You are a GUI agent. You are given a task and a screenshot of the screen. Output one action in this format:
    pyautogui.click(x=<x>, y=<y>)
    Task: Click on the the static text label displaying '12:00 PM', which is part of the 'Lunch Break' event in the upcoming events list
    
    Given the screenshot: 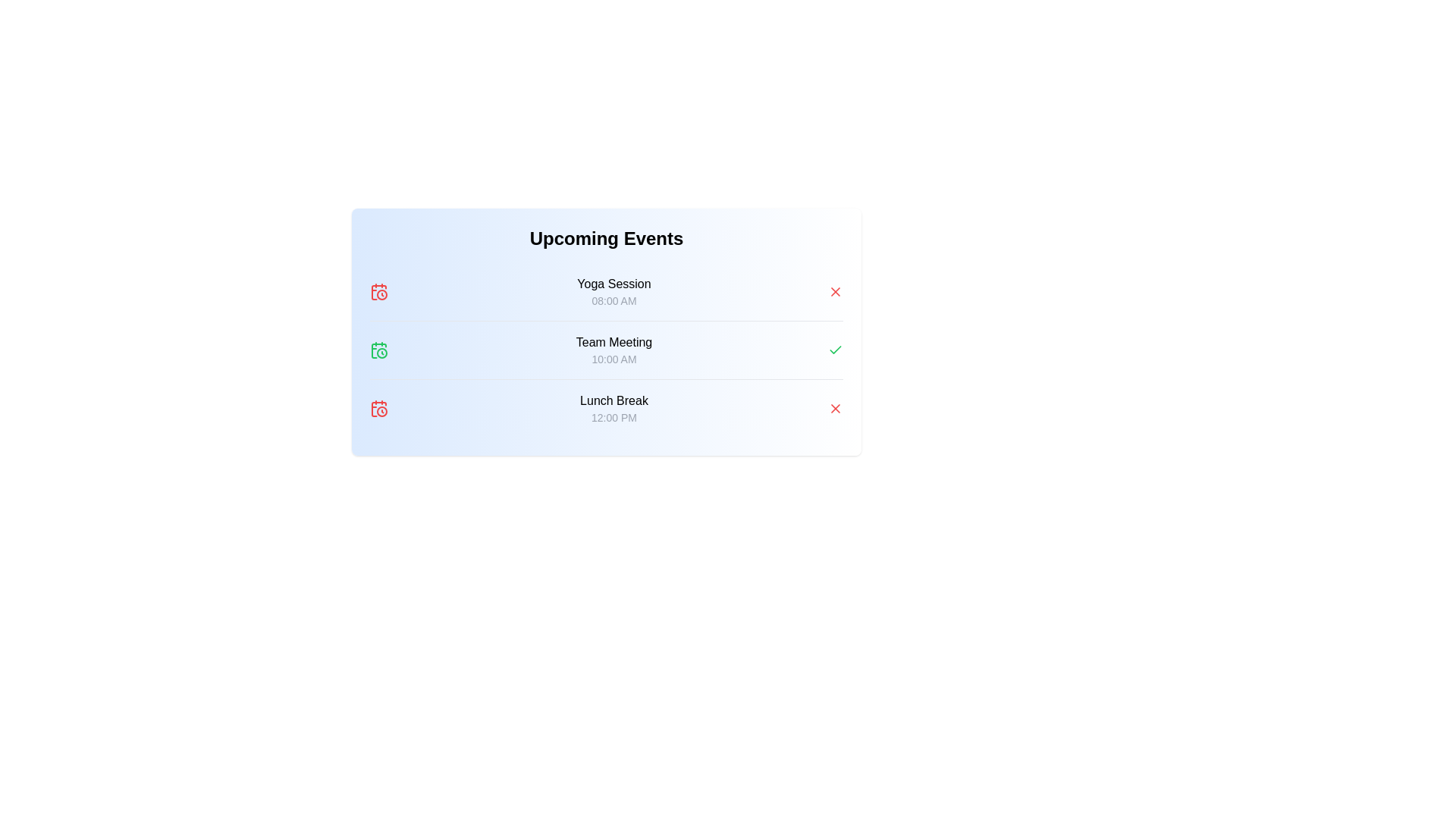 What is the action you would take?
    pyautogui.click(x=614, y=418)
    